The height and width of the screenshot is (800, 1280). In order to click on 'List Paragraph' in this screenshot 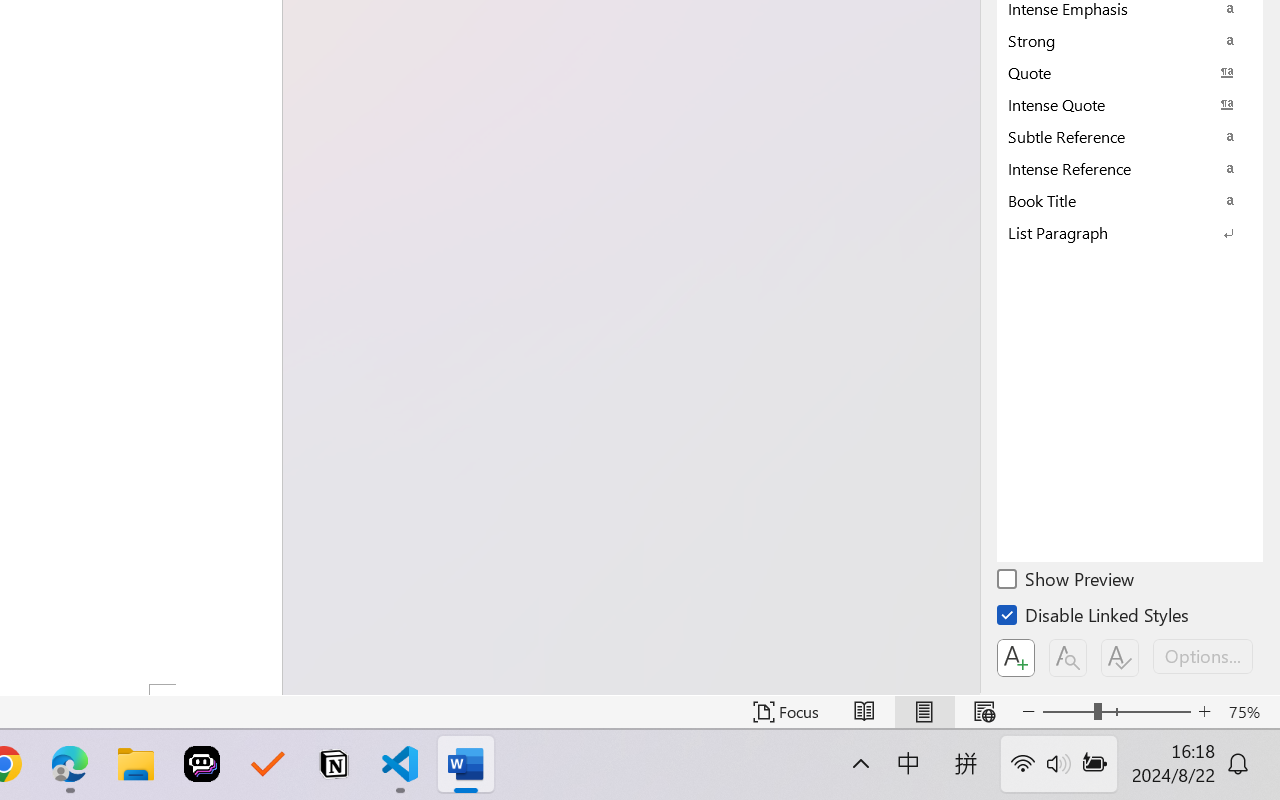, I will do `click(1130, 232)`.